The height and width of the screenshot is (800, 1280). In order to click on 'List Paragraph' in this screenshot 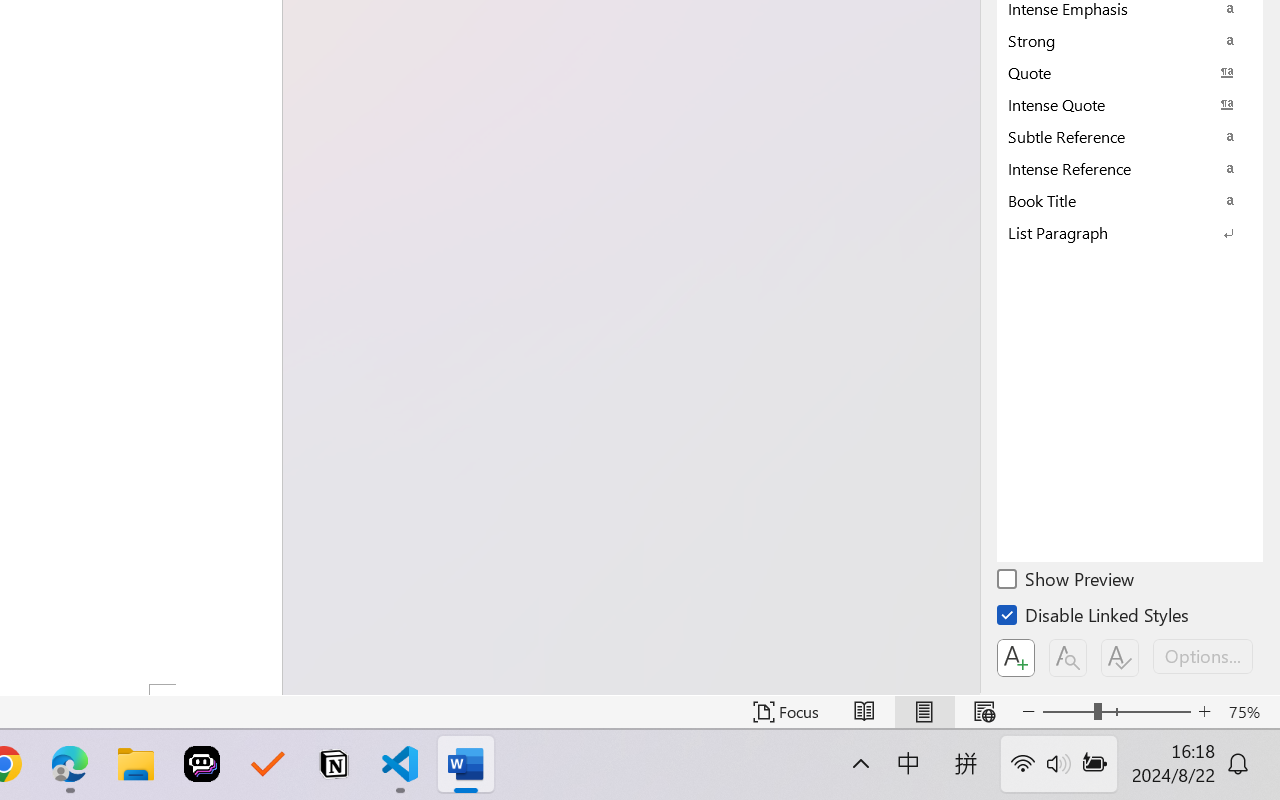, I will do `click(1130, 232)`.